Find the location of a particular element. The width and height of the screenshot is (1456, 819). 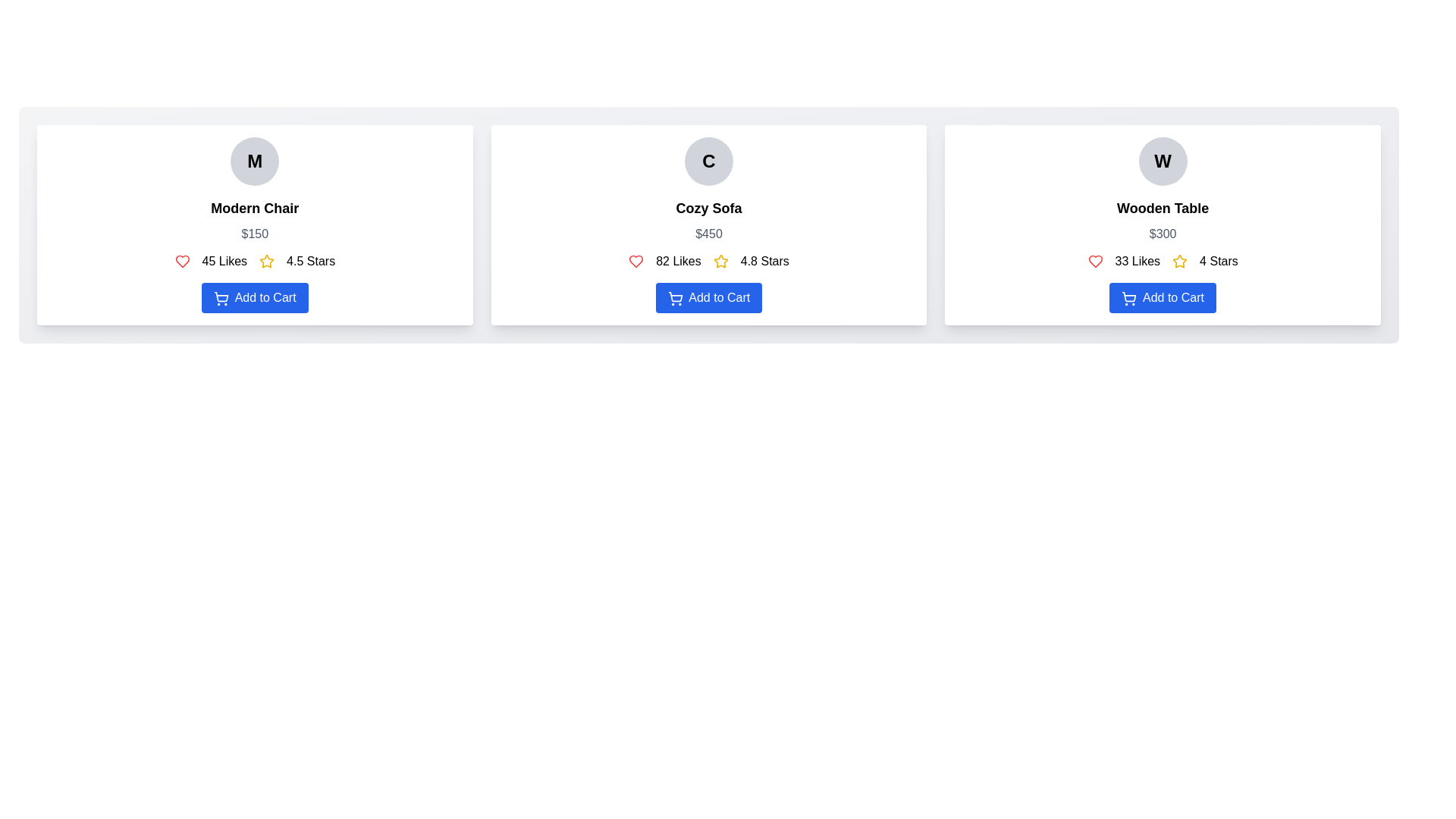

text label that serves as the title of the item in the product card, positioned between the circular icon and the price tag is located at coordinates (255, 208).